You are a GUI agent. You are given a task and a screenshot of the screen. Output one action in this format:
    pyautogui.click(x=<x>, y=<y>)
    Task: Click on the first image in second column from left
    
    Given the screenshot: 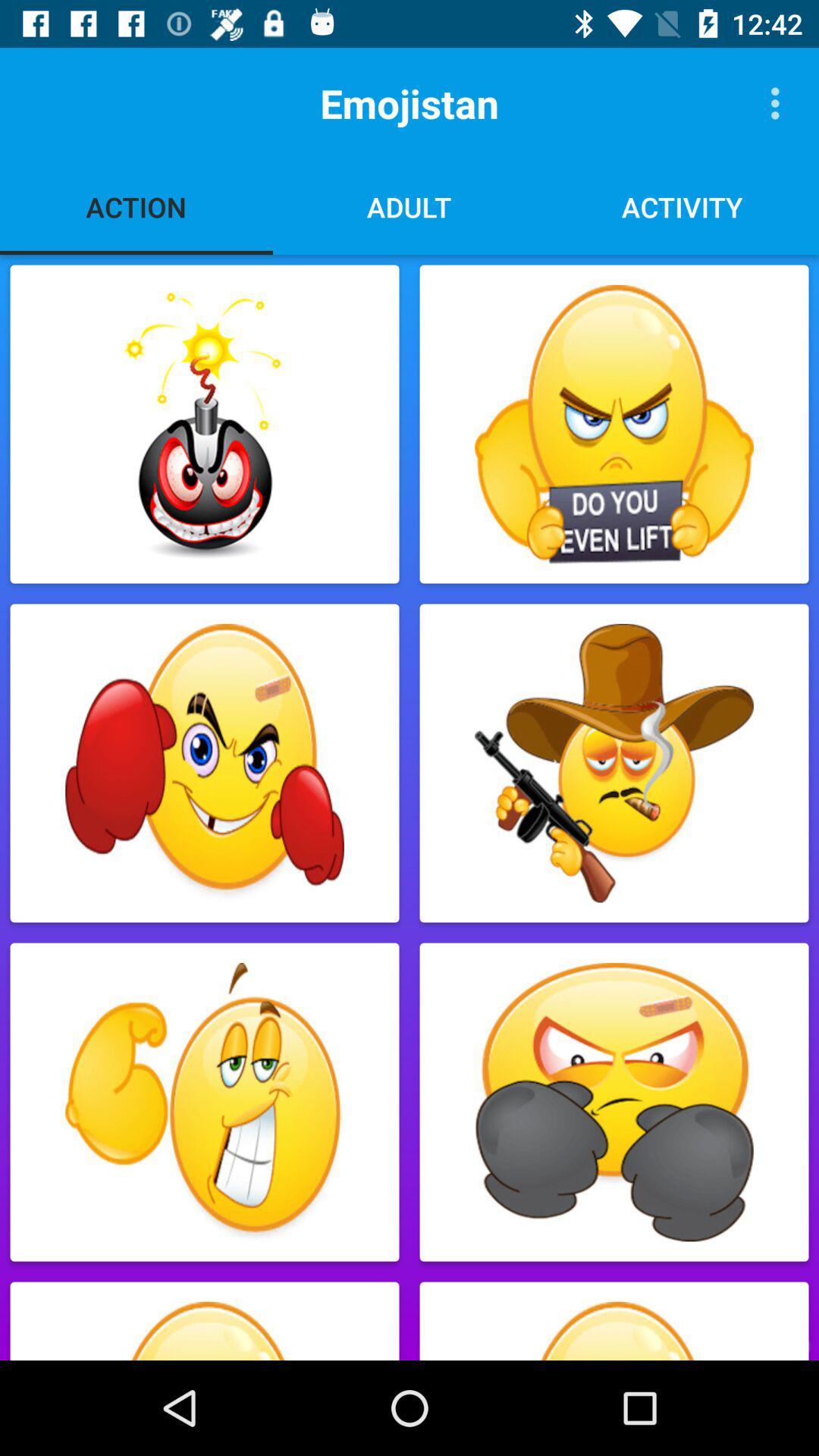 What is the action you would take?
    pyautogui.click(x=614, y=425)
    